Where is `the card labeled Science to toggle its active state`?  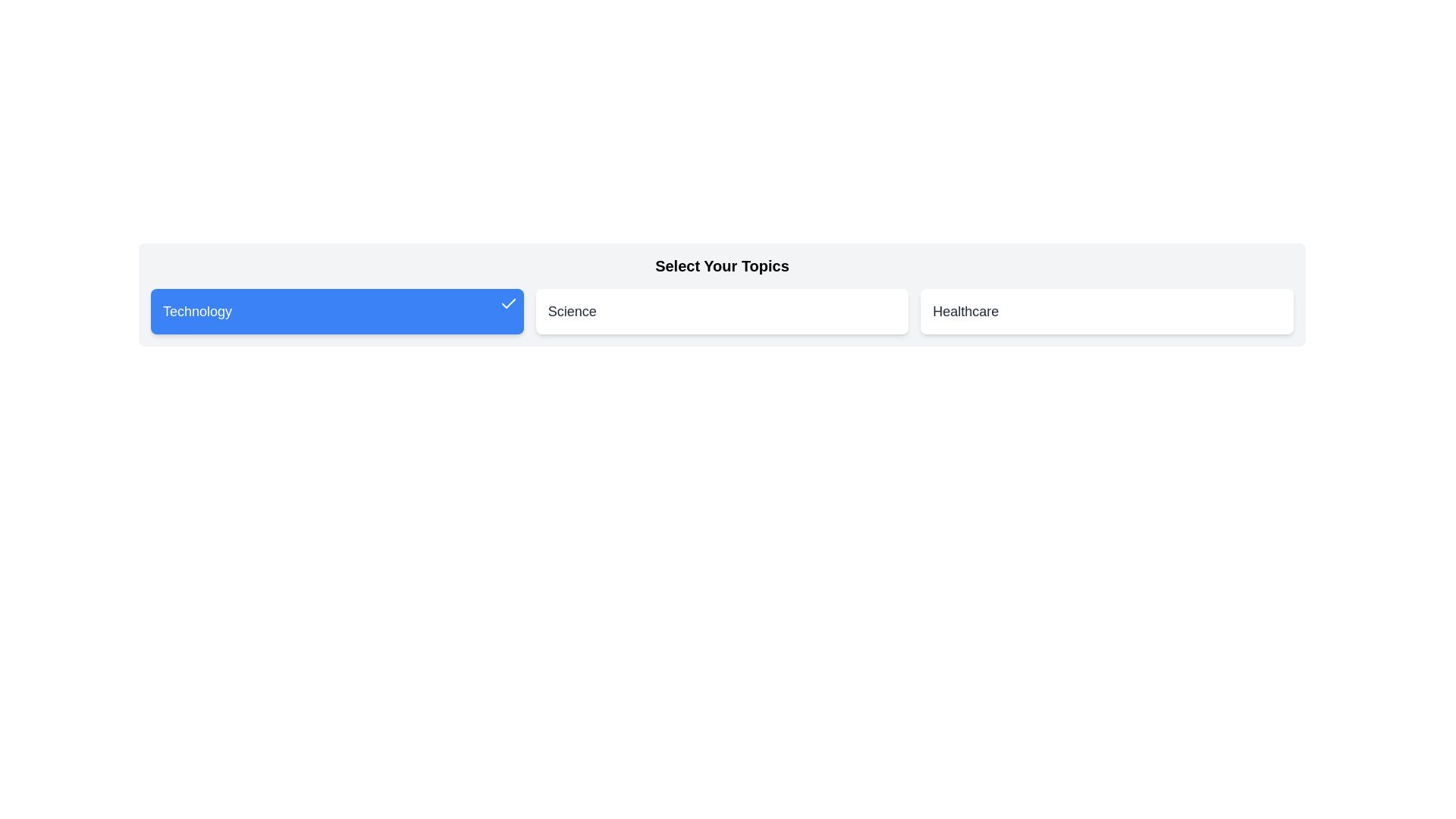 the card labeled Science to toggle its active state is located at coordinates (721, 311).